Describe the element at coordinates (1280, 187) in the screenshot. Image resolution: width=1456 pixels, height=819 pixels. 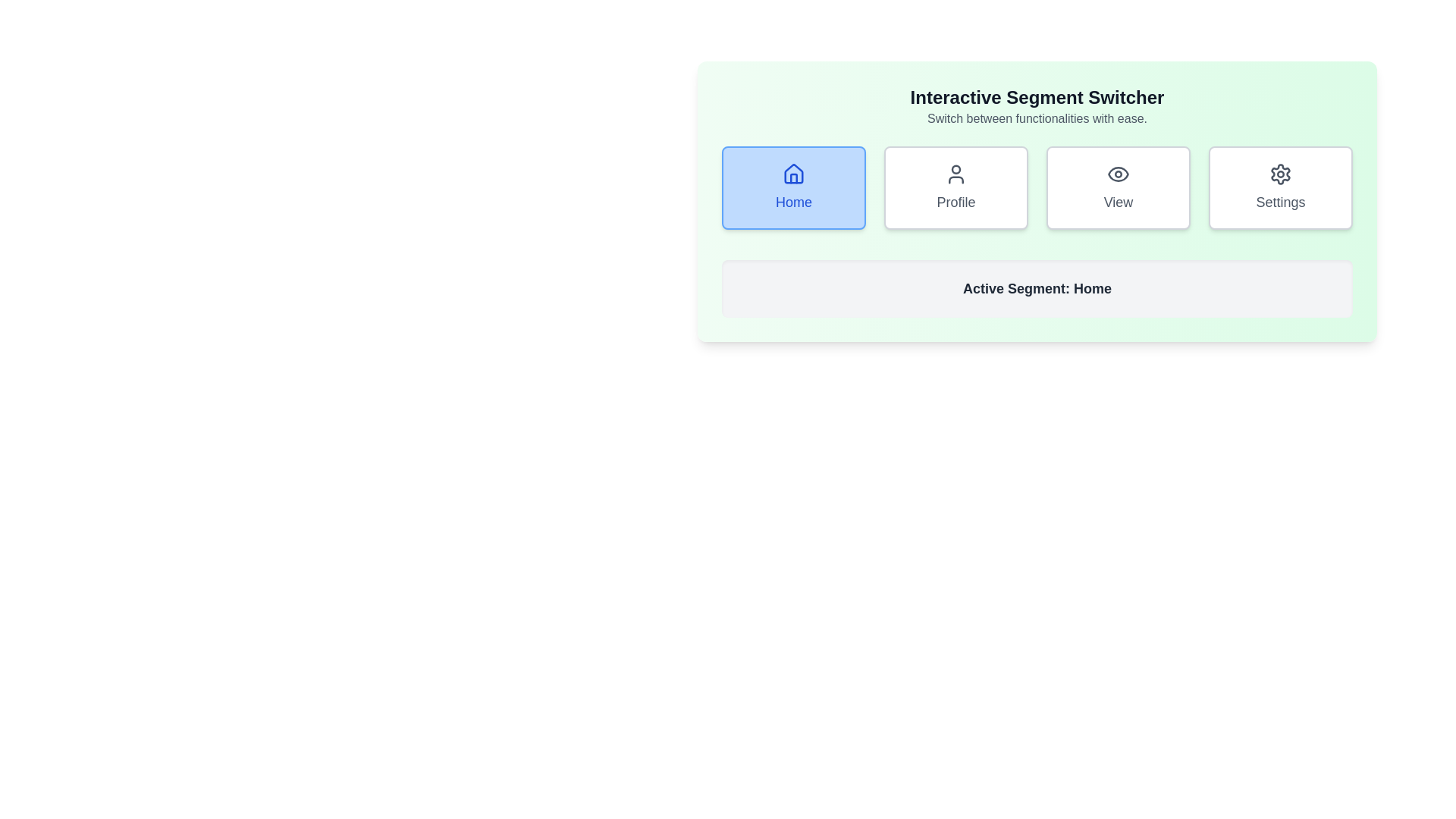
I see `the settings button located at the fourth position in the top right button grid` at that location.